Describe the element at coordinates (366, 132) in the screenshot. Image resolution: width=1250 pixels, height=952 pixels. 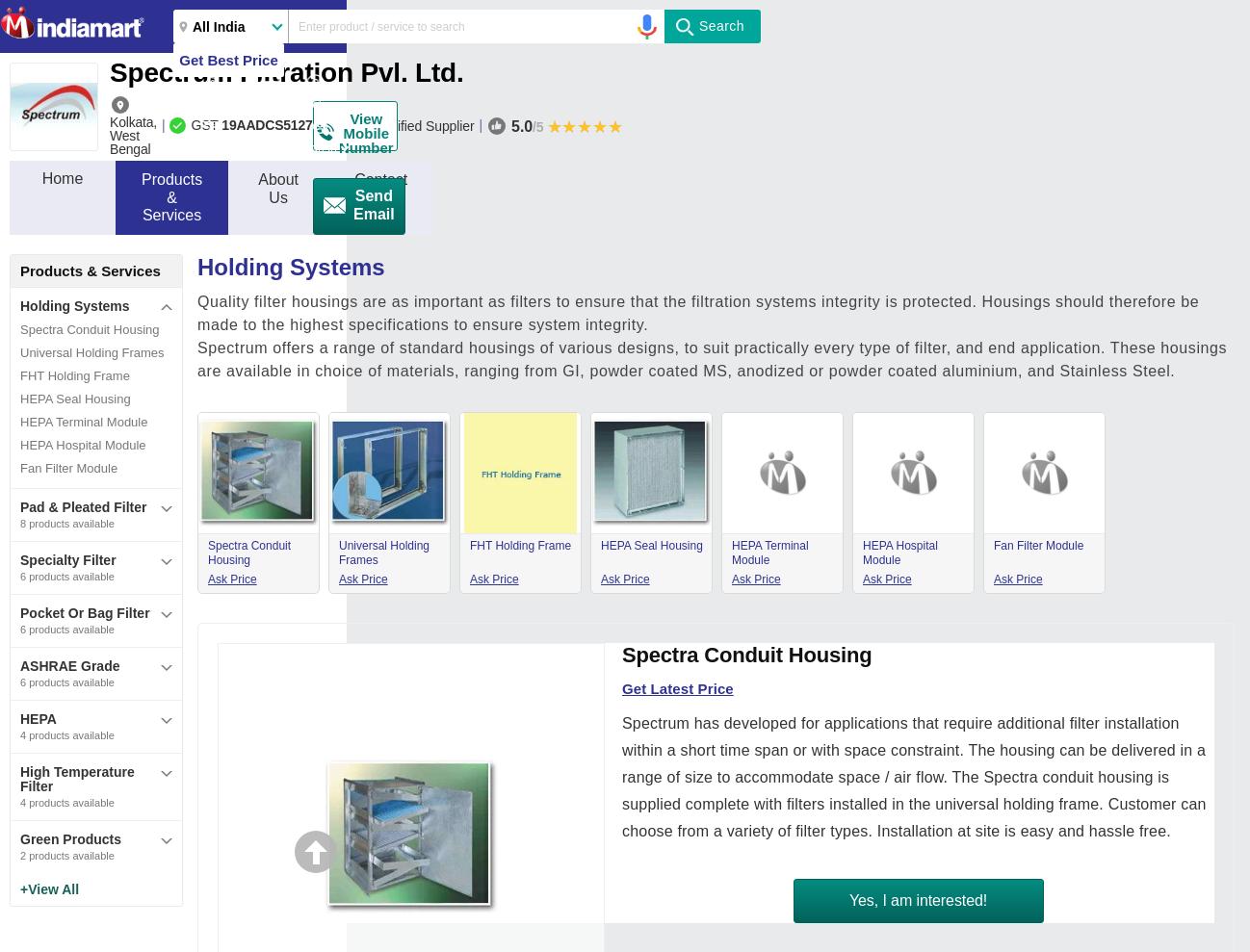
I see `'View Mobile Number'` at that location.